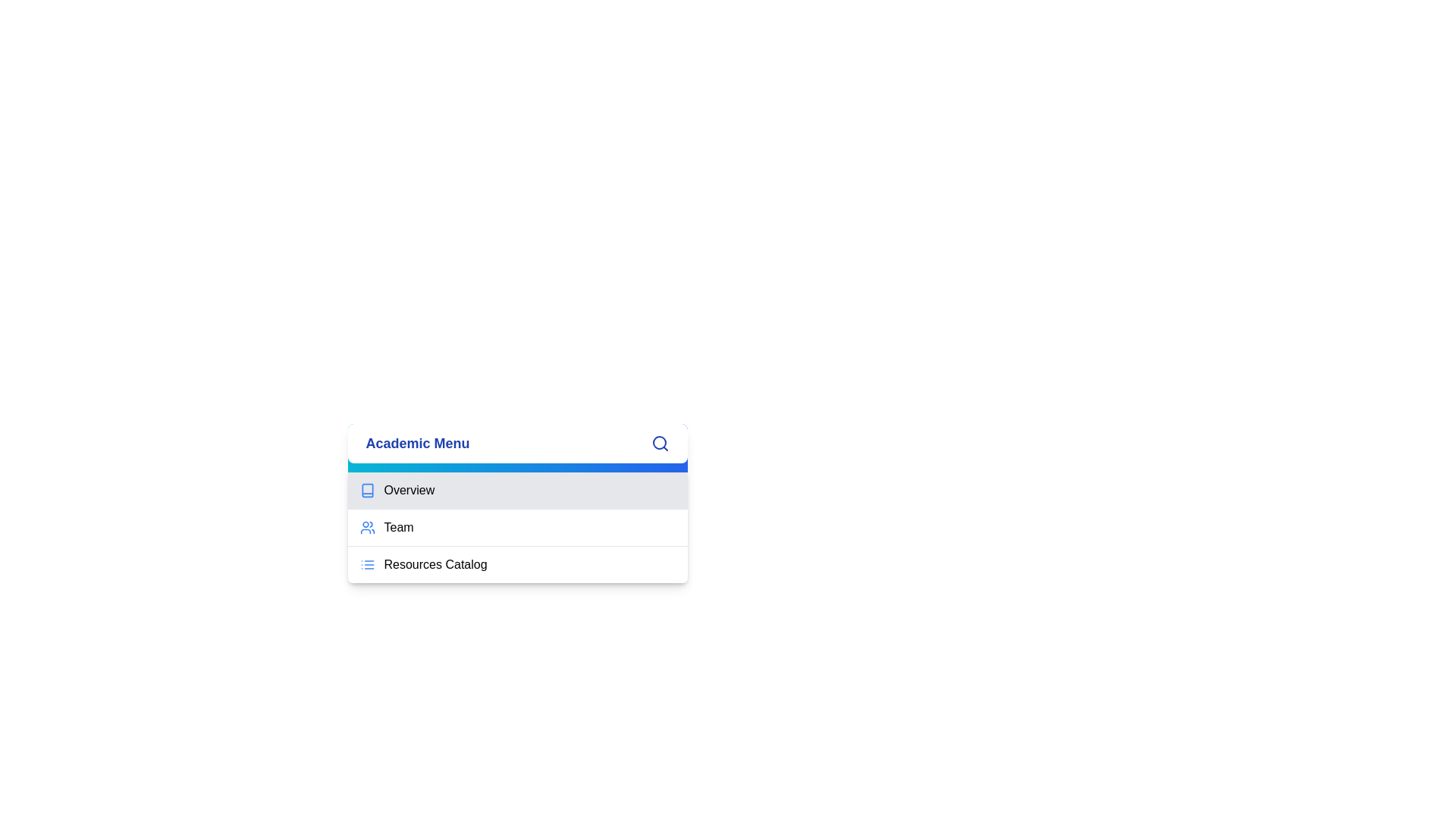 This screenshot has height=819, width=1456. Describe the element at coordinates (517, 526) in the screenshot. I see `the 'Team' menu item located in the 'Academic Menu', which is the second item in the vertical list` at that location.